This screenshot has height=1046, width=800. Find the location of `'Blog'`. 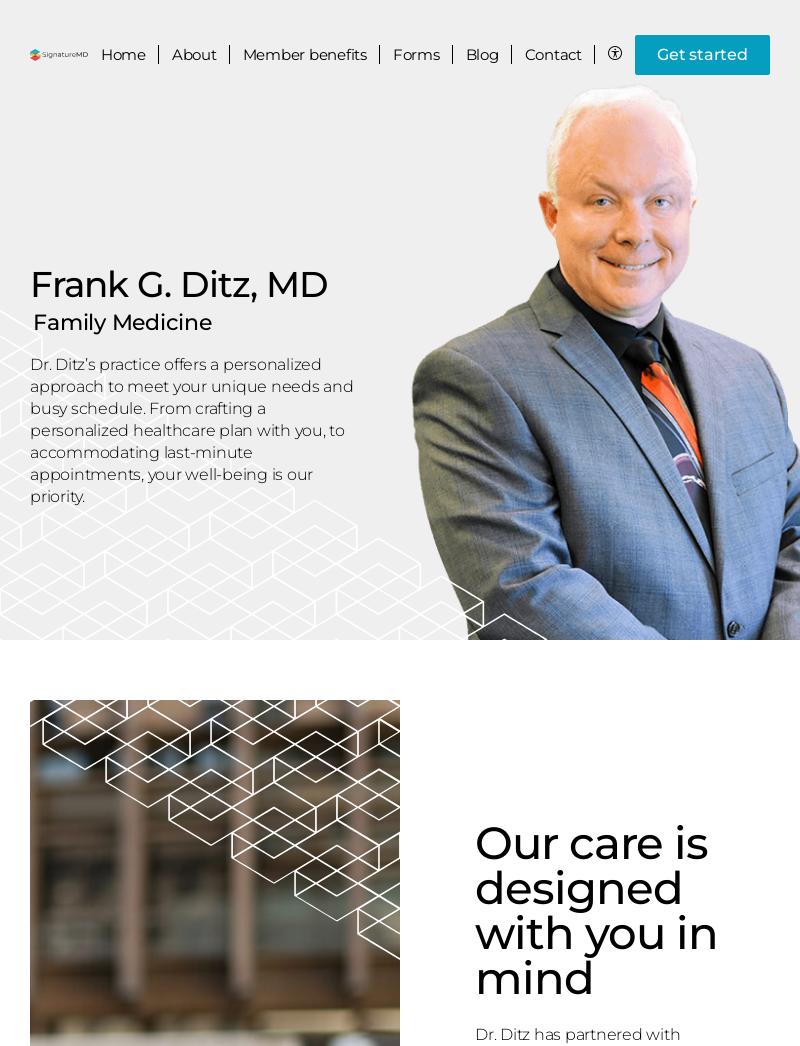

'Blog' is located at coordinates (481, 54).